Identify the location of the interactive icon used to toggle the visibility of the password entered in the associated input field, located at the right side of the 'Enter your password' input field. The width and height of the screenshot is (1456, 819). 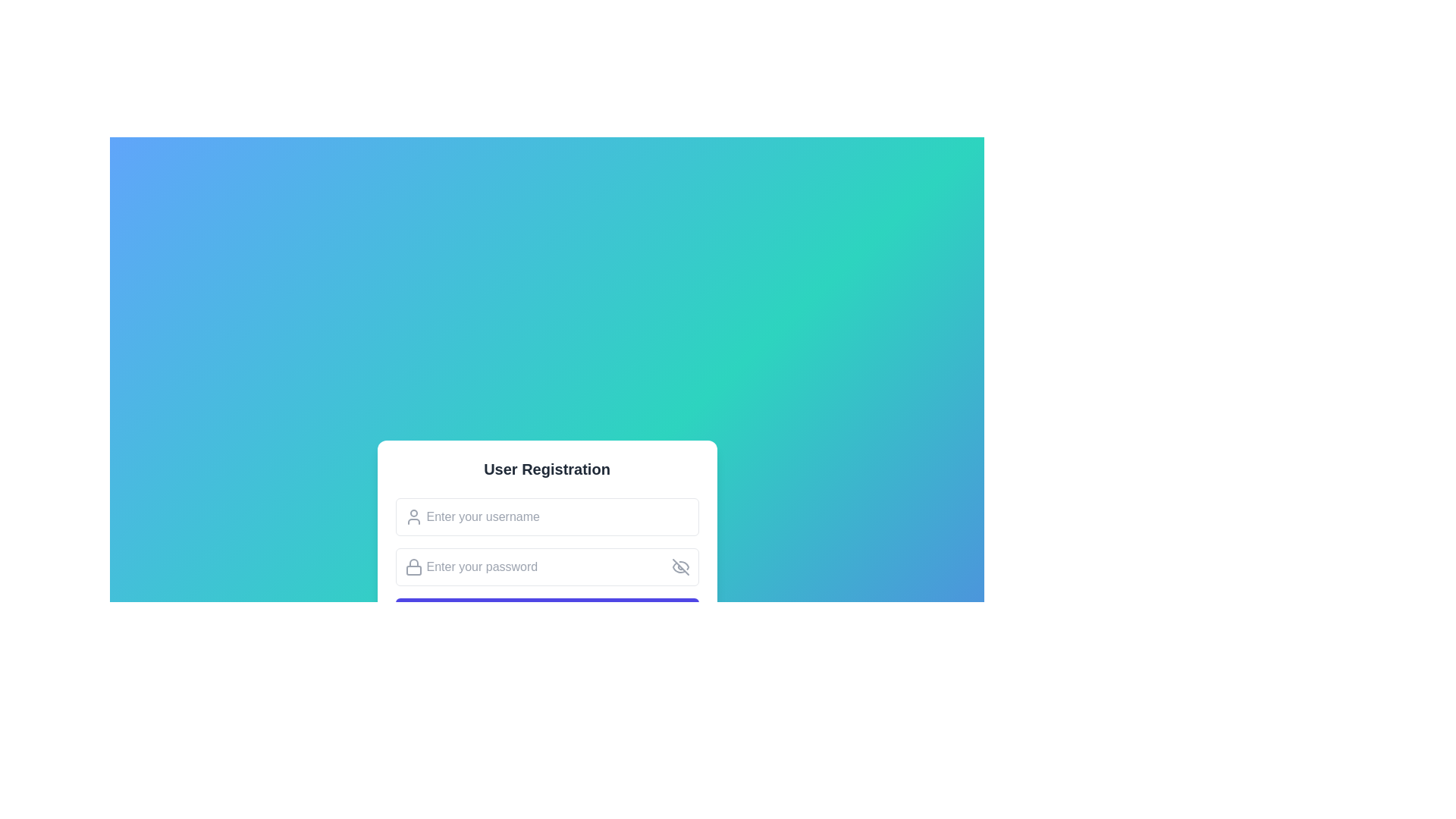
(679, 567).